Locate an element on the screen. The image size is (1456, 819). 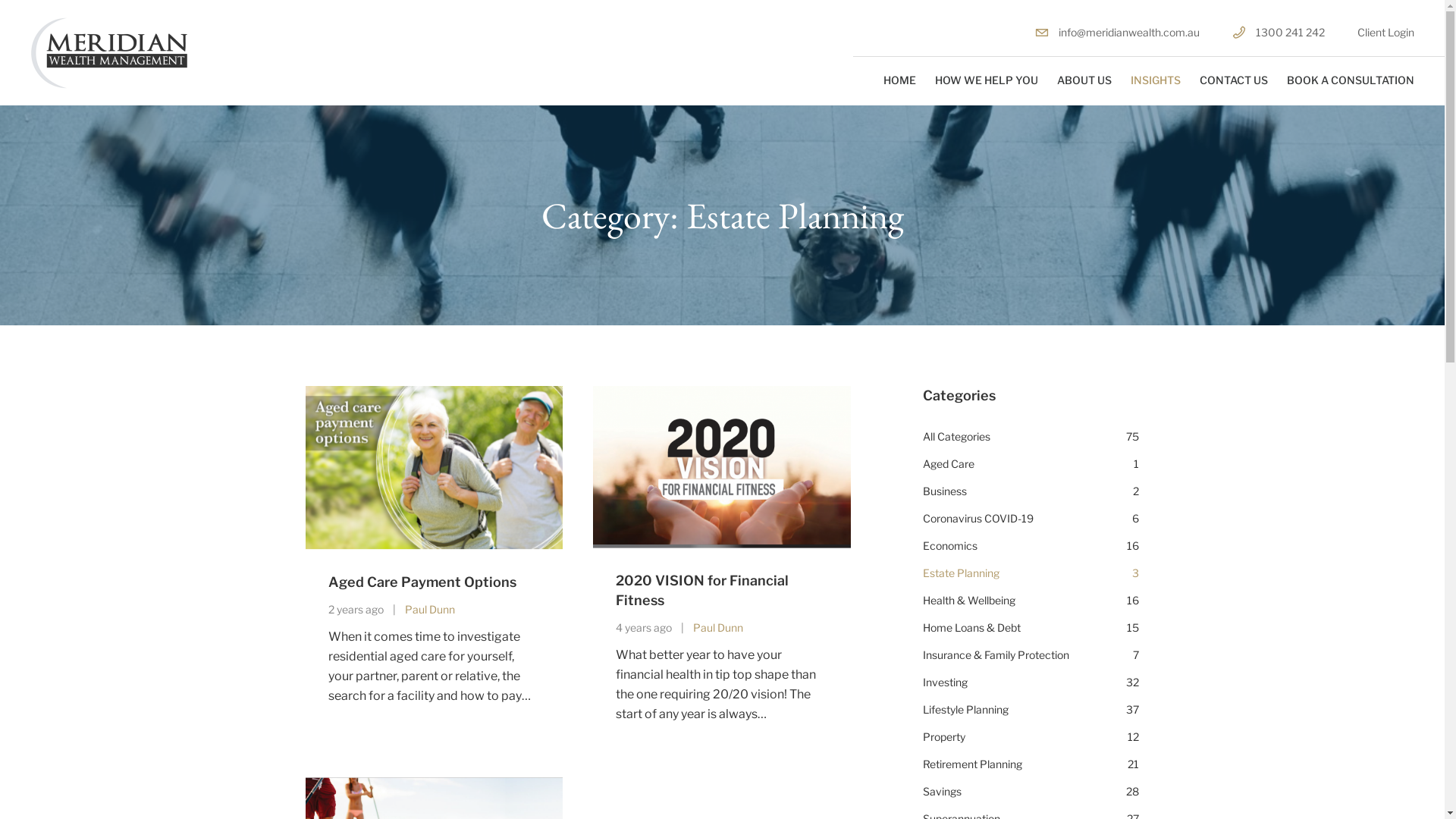
'Client Login' is located at coordinates (1385, 32).